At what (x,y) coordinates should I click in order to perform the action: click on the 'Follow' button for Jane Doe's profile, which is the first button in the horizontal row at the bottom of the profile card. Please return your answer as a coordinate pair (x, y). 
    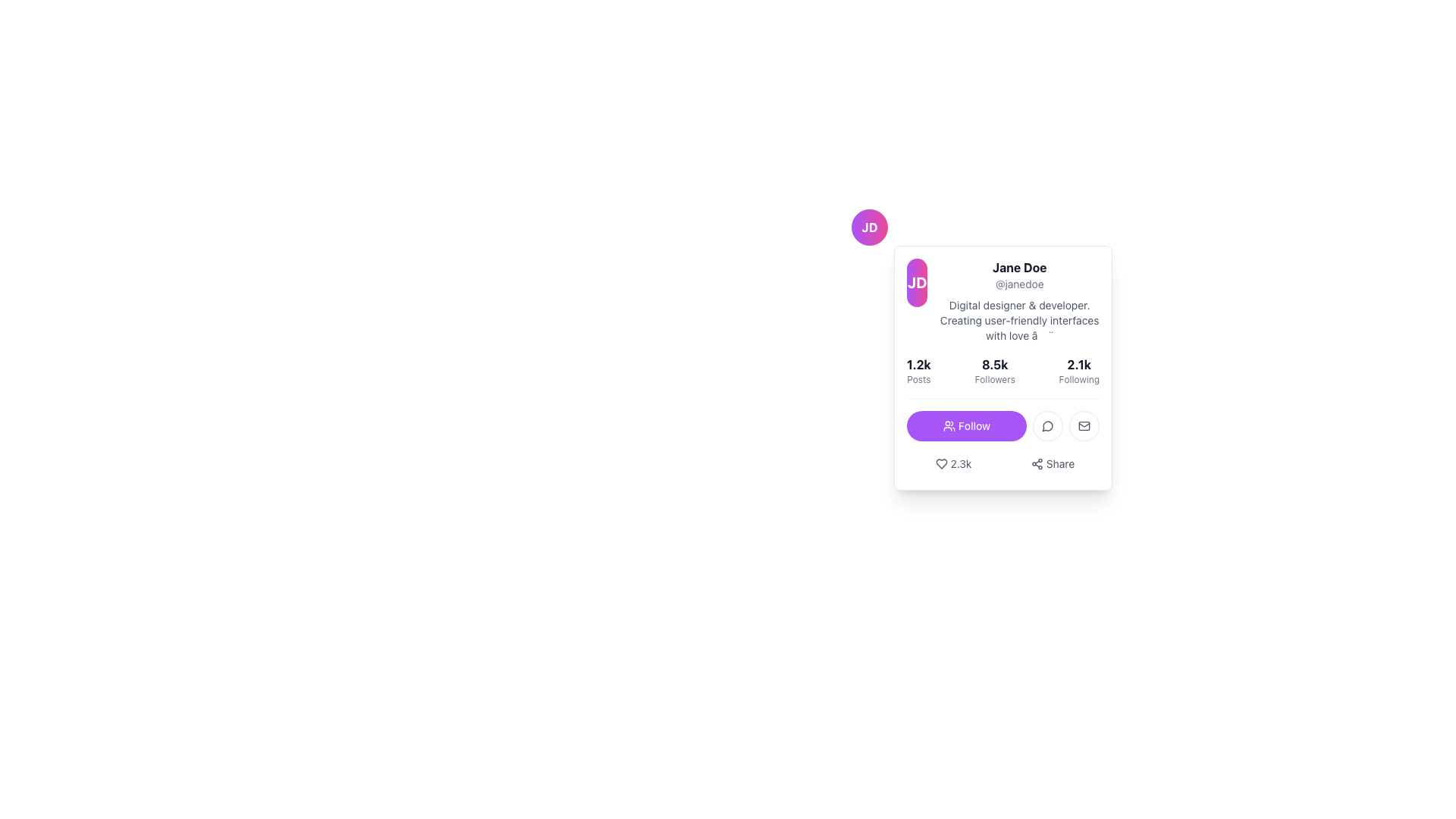
    Looking at the image, I should click on (1003, 426).